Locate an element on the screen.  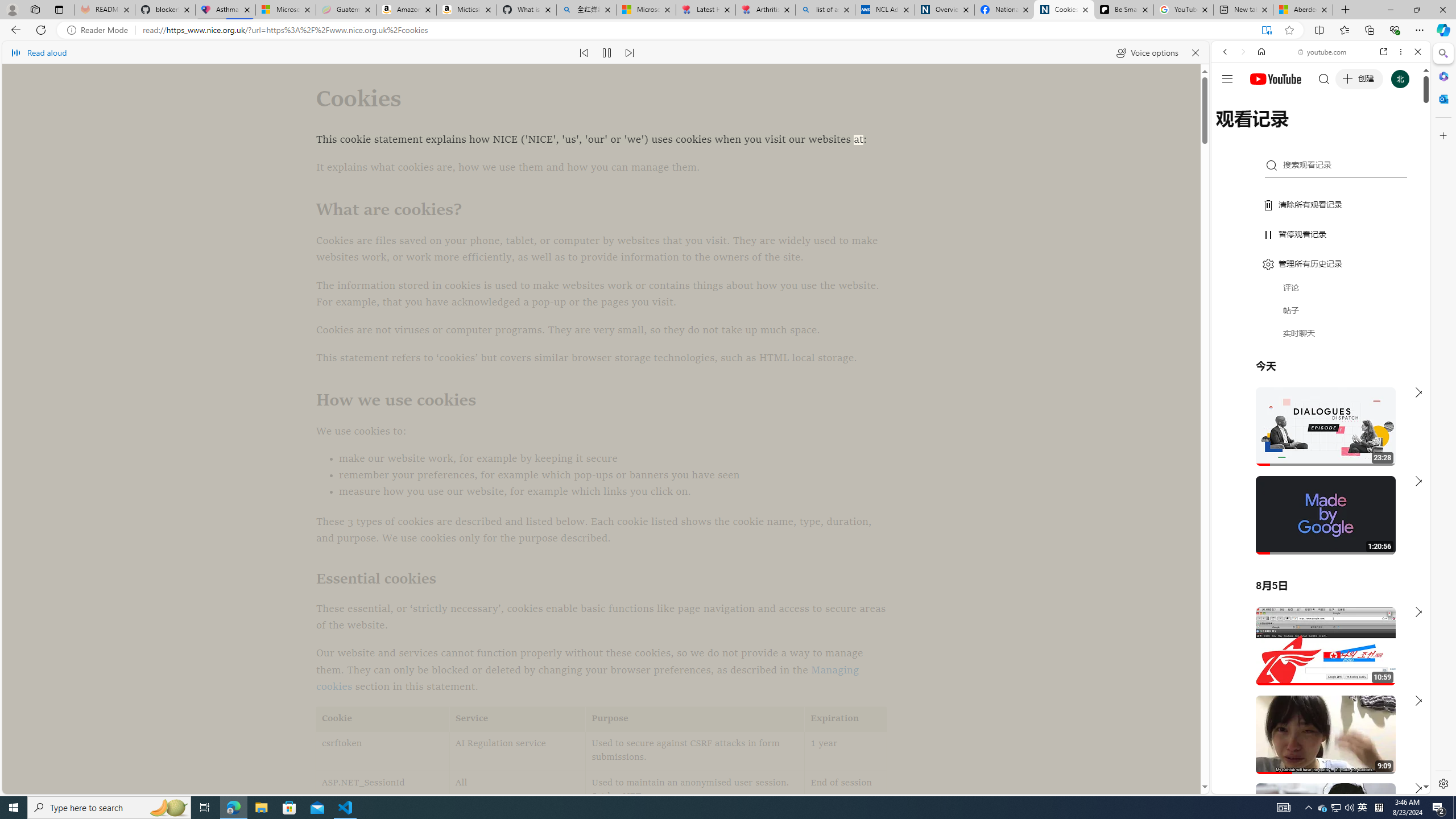
'Reader Mode' is located at coordinates (100, 30).